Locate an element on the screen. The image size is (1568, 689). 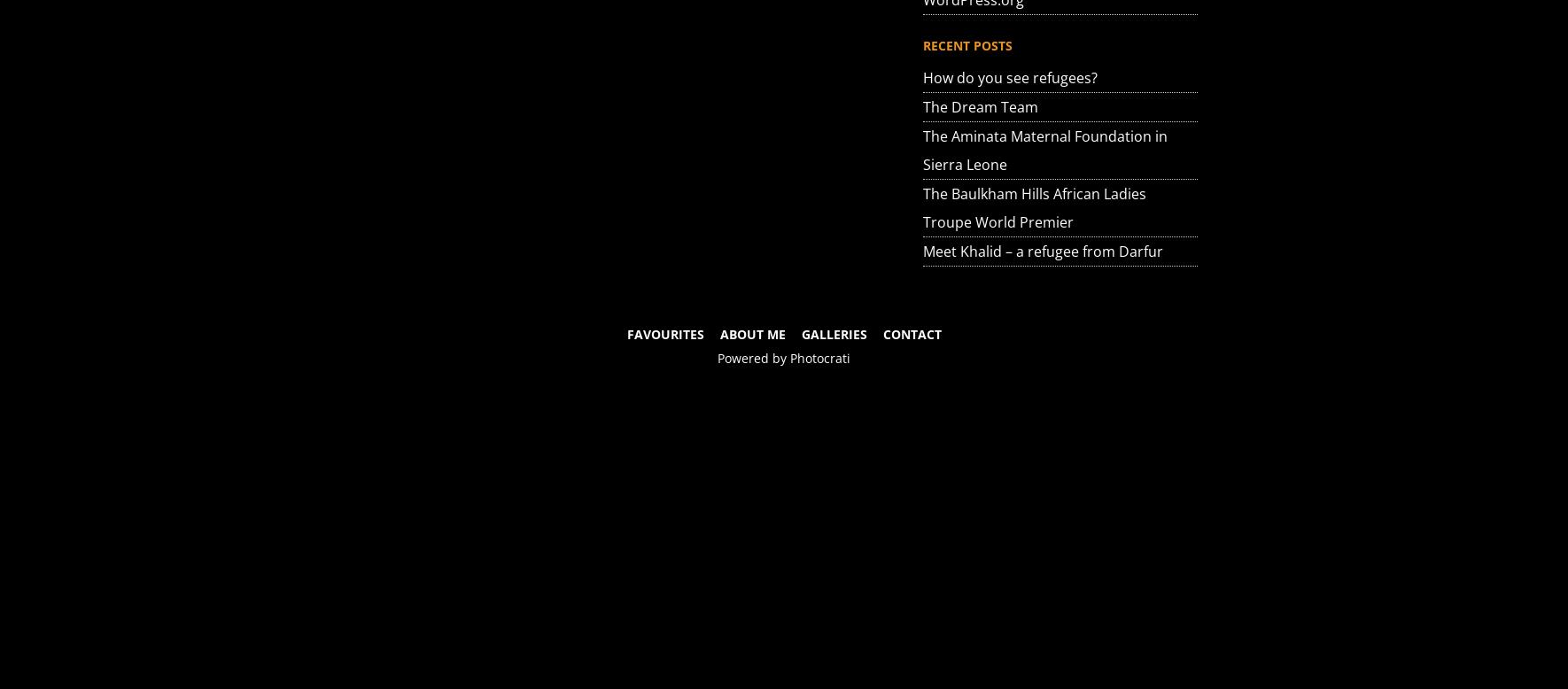
'Favourites' is located at coordinates (664, 333).